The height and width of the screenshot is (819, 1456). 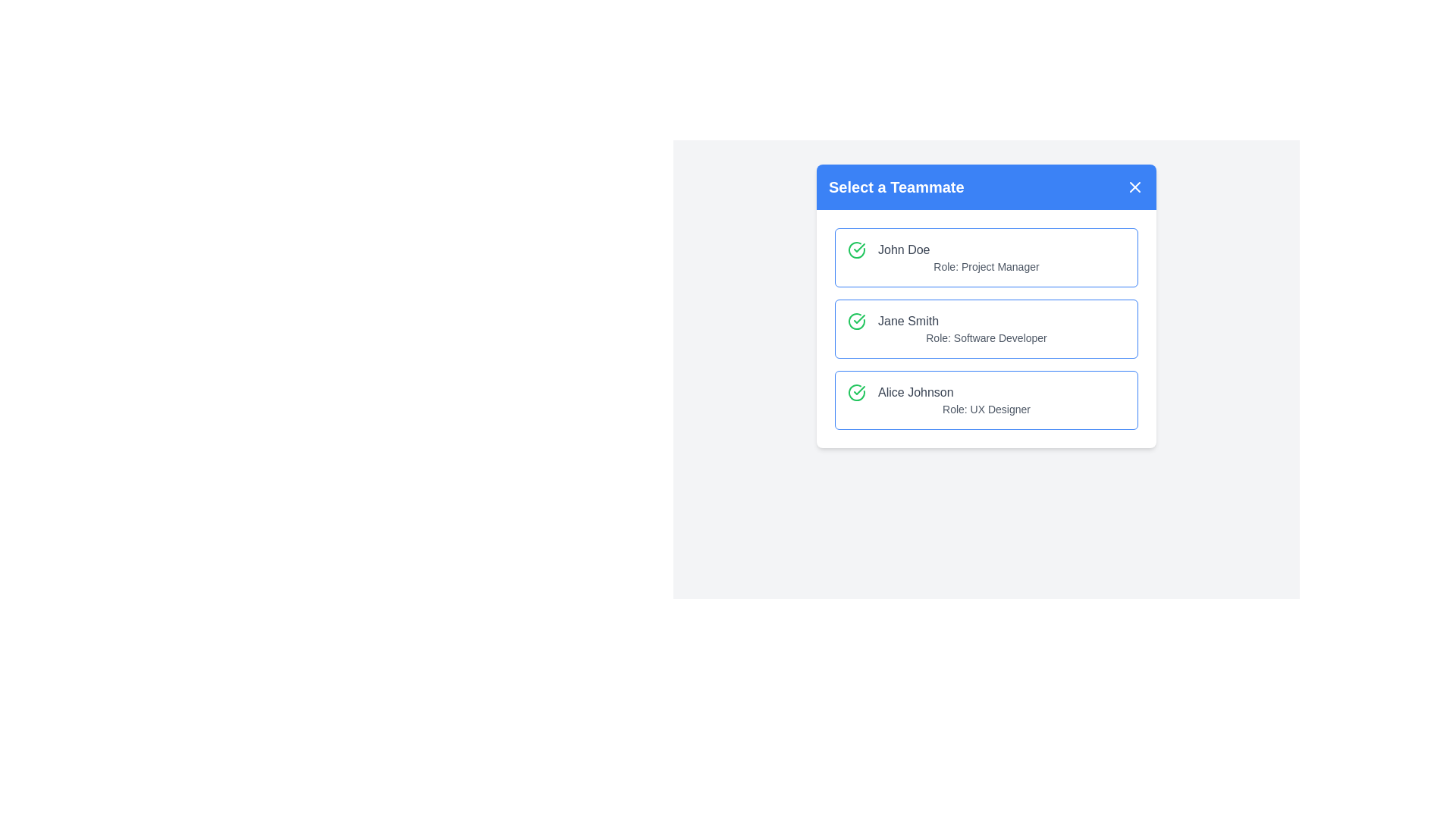 I want to click on the row corresponding to John Doe to select them, so click(x=986, y=256).